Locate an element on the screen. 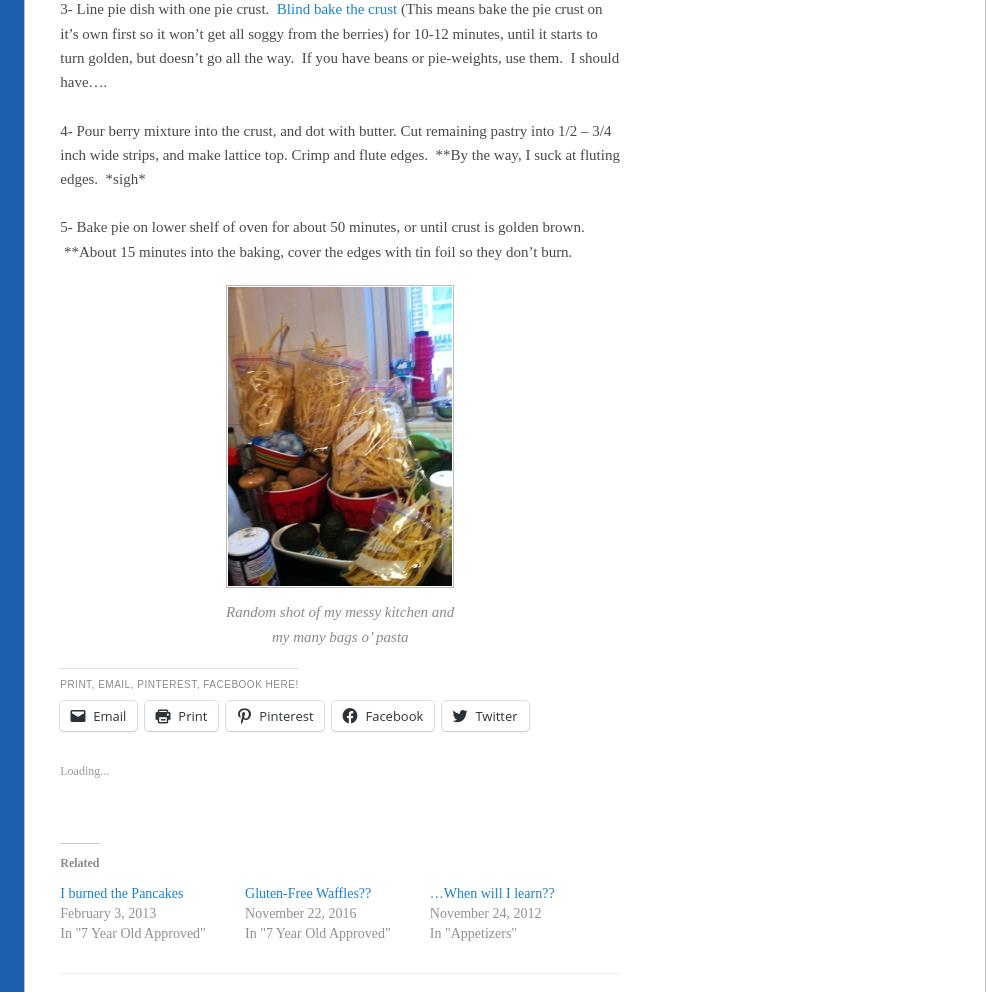 This screenshot has width=986, height=992. '3- Line pie dish with one pie crust.' is located at coordinates (167, 8).